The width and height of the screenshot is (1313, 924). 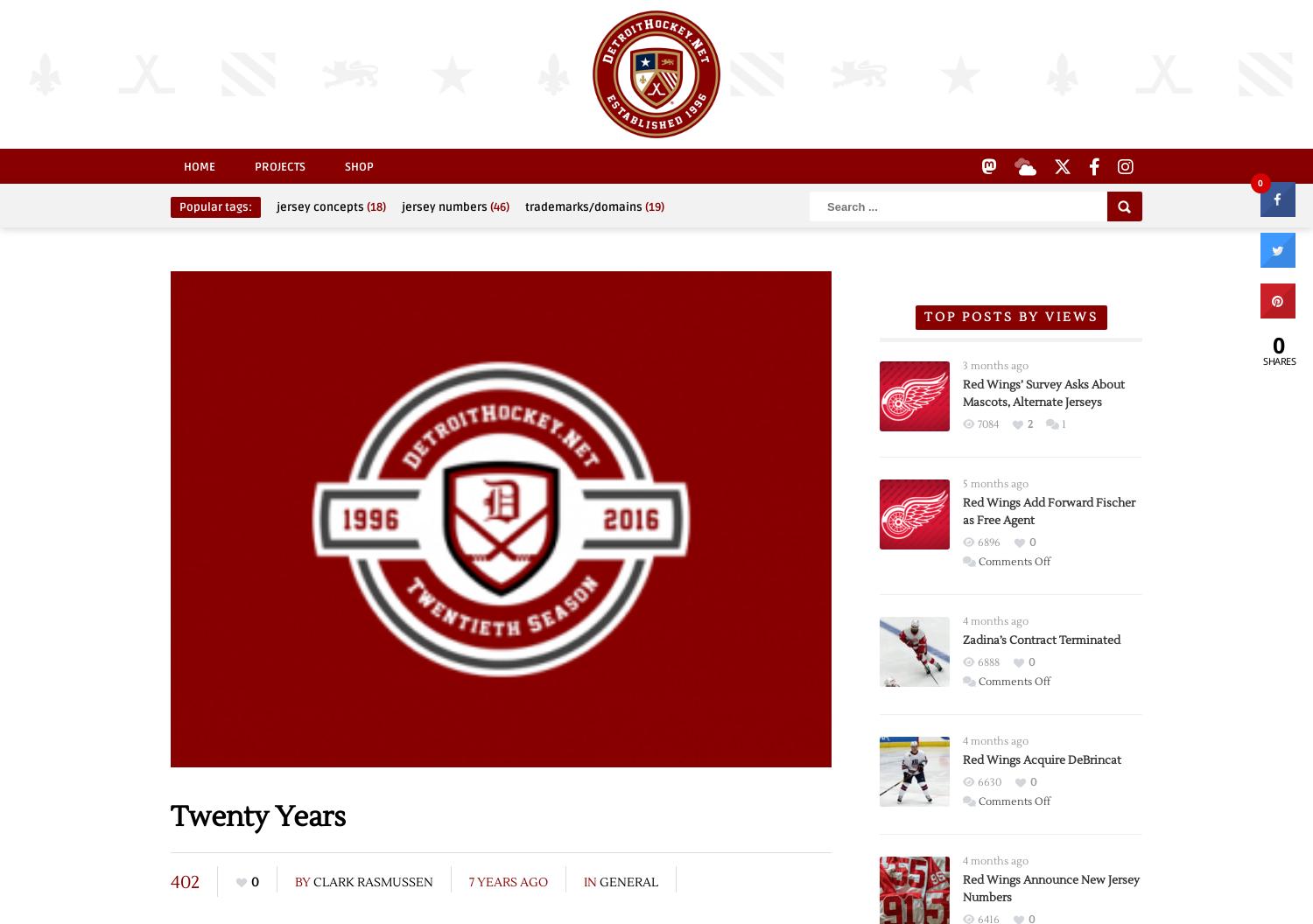 I want to click on 'General', so click(x=628, y=880).